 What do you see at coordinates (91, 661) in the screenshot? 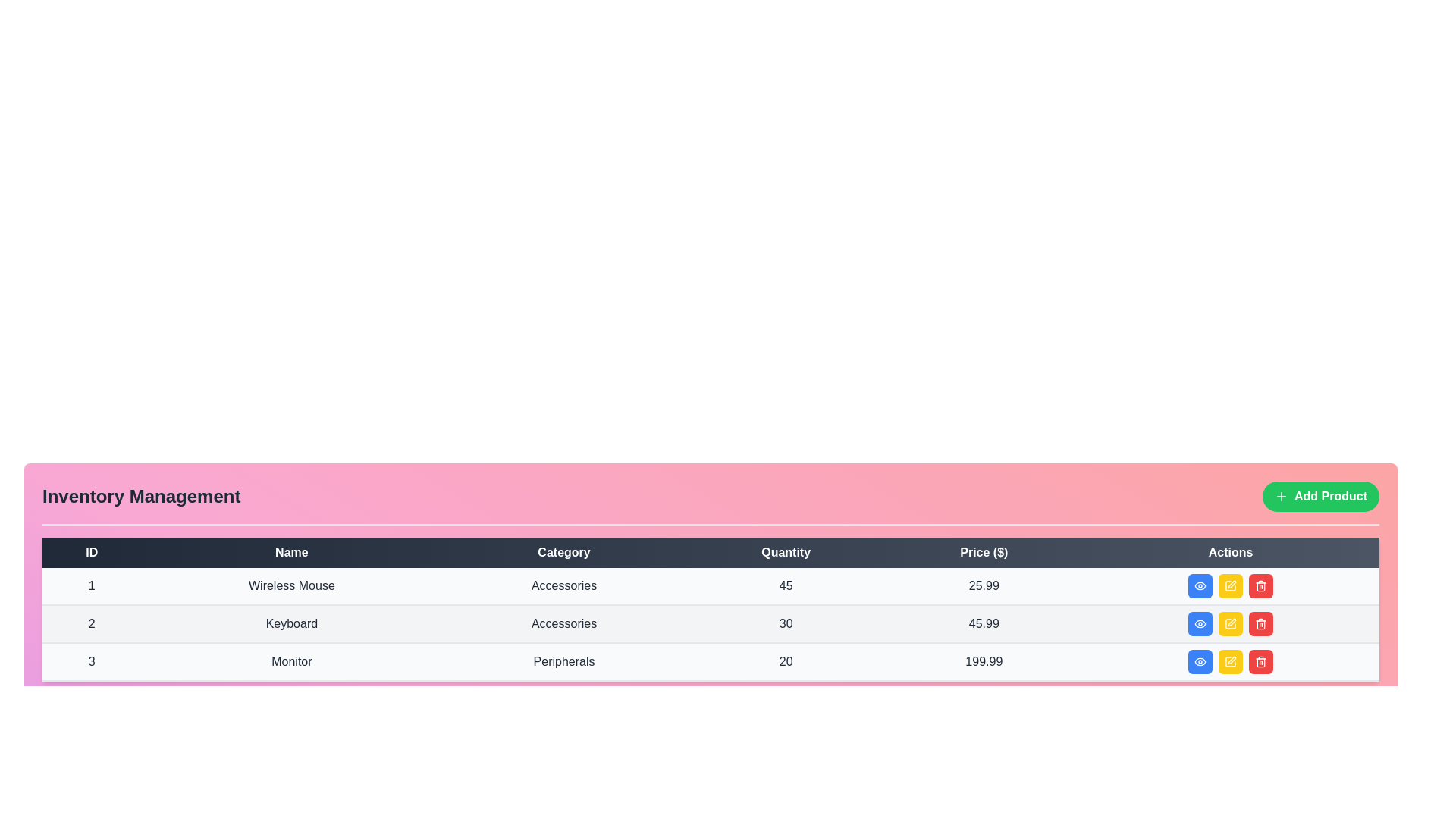
I see `text content of the identifier in the first column of the third row in the table, which represents a unique identifier associated with the data` at bounding box center [91, 661].